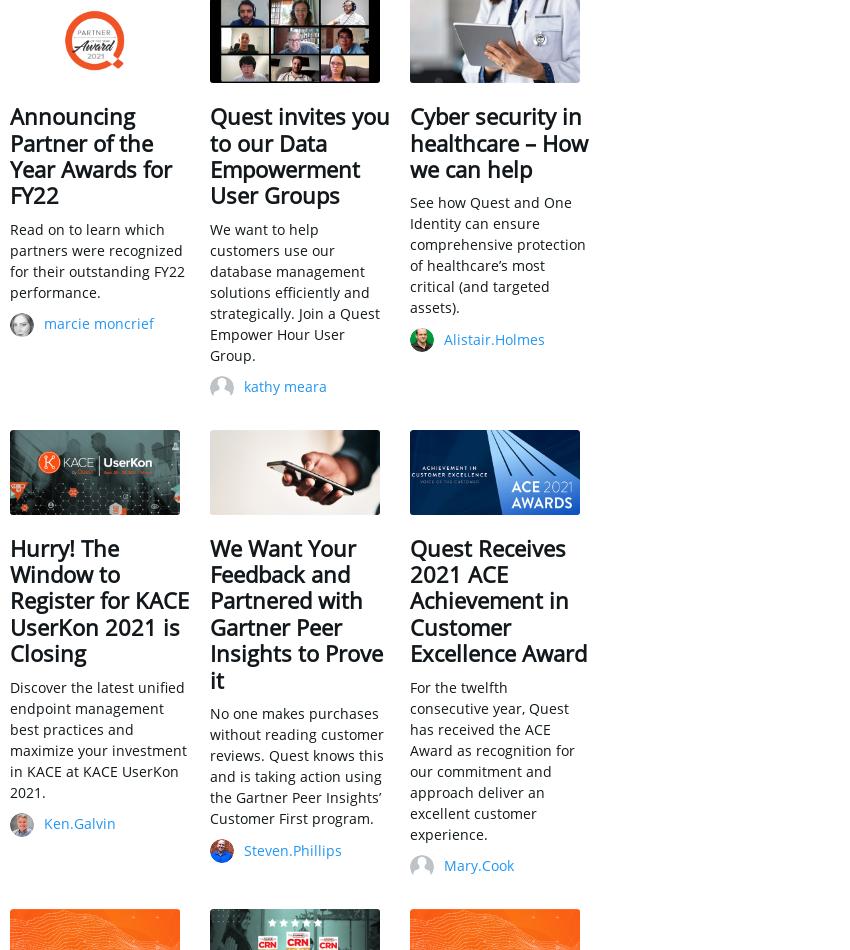 The height and width of the screenshot is (950, 850). Describe the element at coordinates (98, 600) in the screenshot. I see `'Hurry! The Window to Register for KACE UserKon 2021 is Closing'` at that location.